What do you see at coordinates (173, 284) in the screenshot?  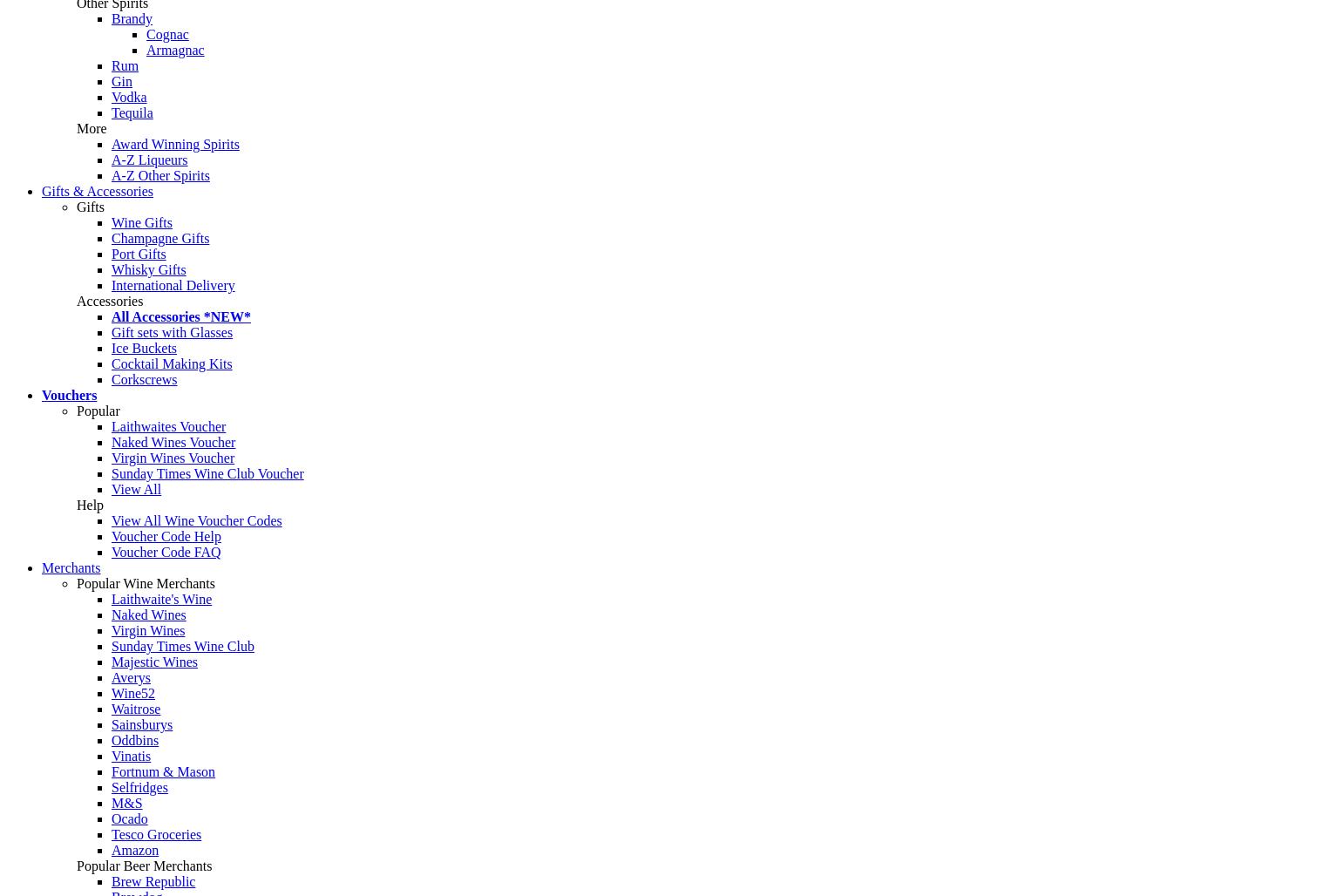 I see `'International Delivery'` at bounding box center [173, 284].